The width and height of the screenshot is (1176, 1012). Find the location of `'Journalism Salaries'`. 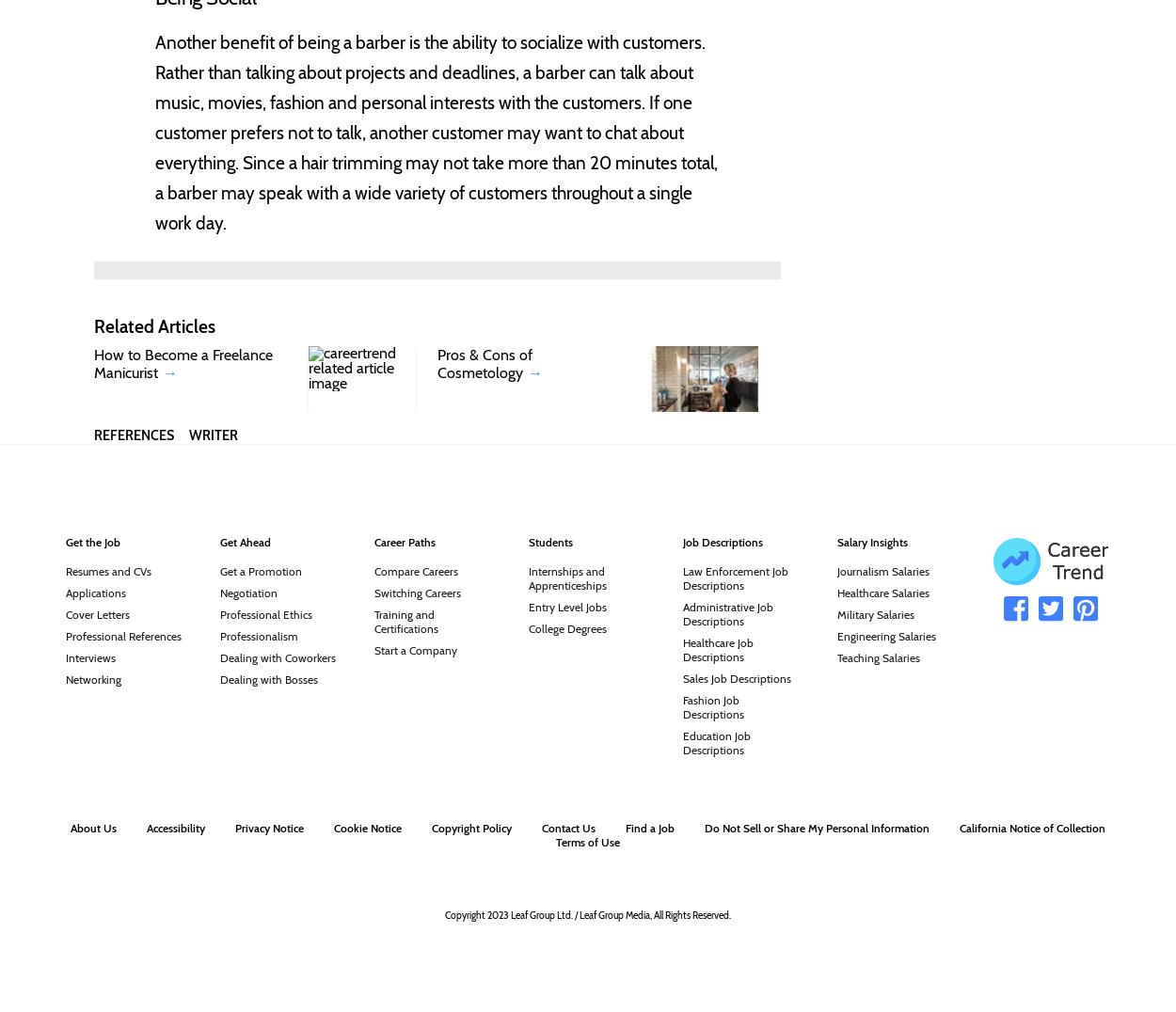

'Journalism Salaries' is located at coordinates (882, 571).